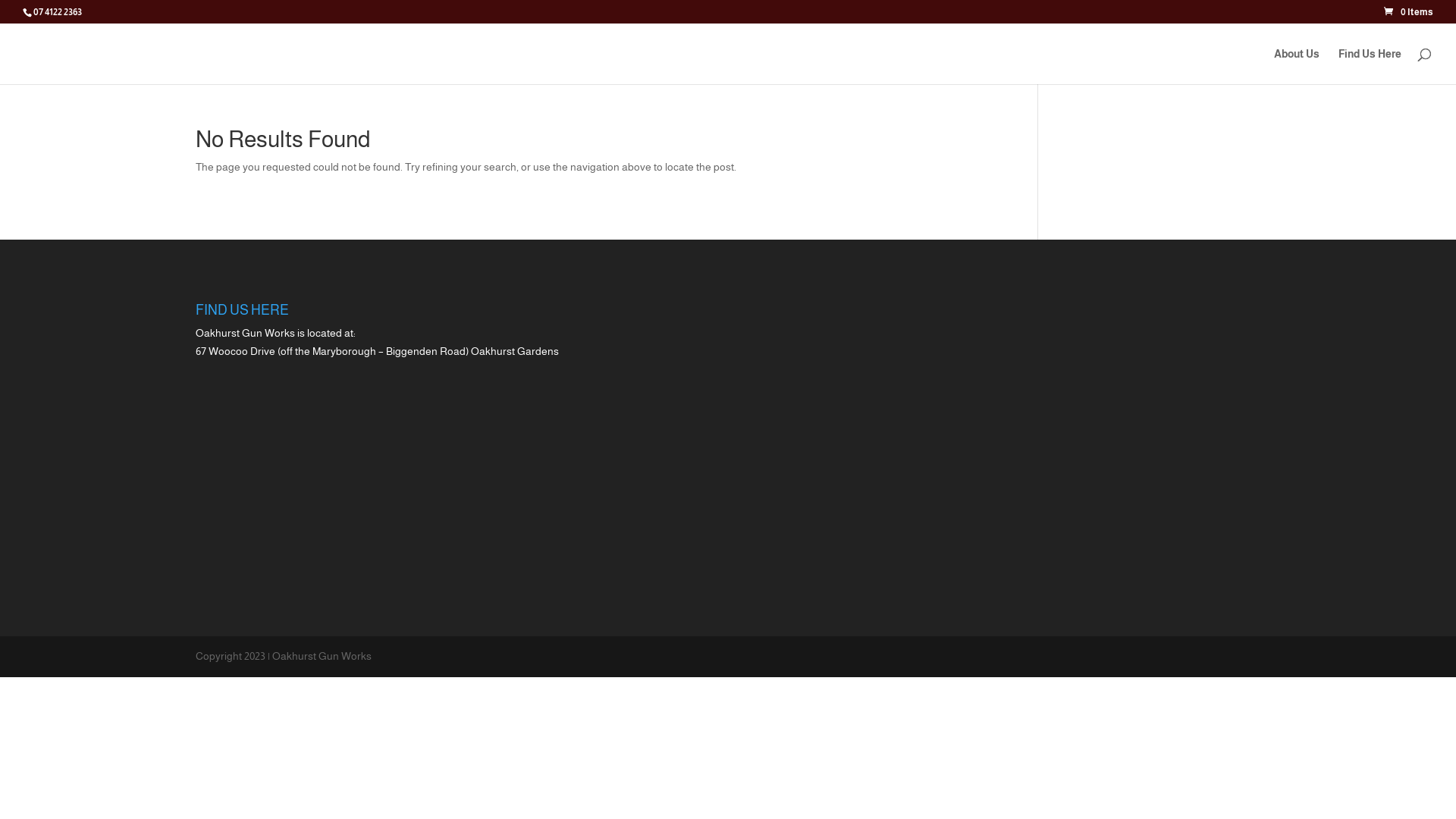 The width and height of the screenshot is (1456, 819). Describe the element at coordinates (1295, 65) in the screenshot. I see `'About Us'` at that location.